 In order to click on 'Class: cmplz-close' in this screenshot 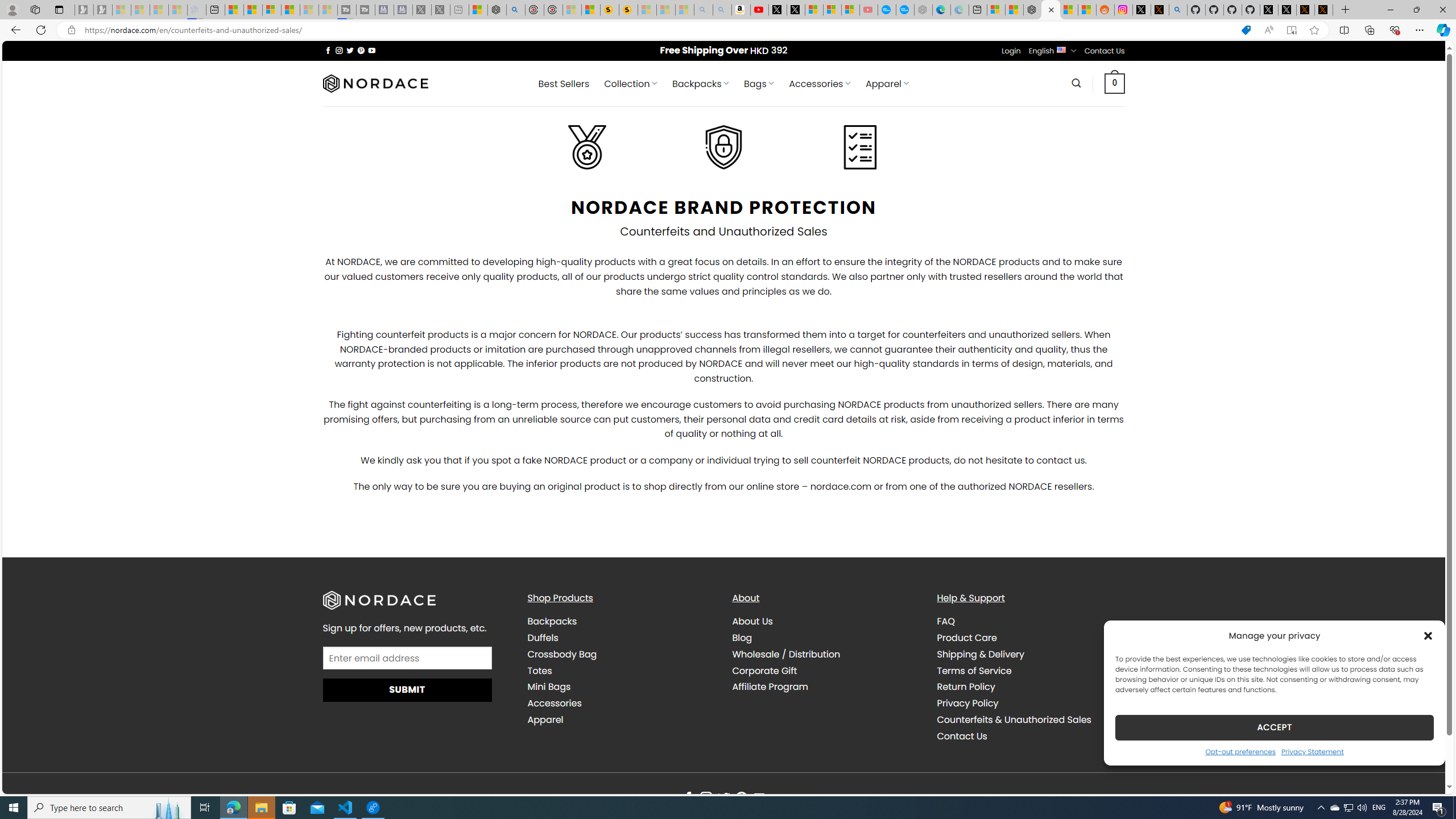, I will do `click(1428, 635)`.